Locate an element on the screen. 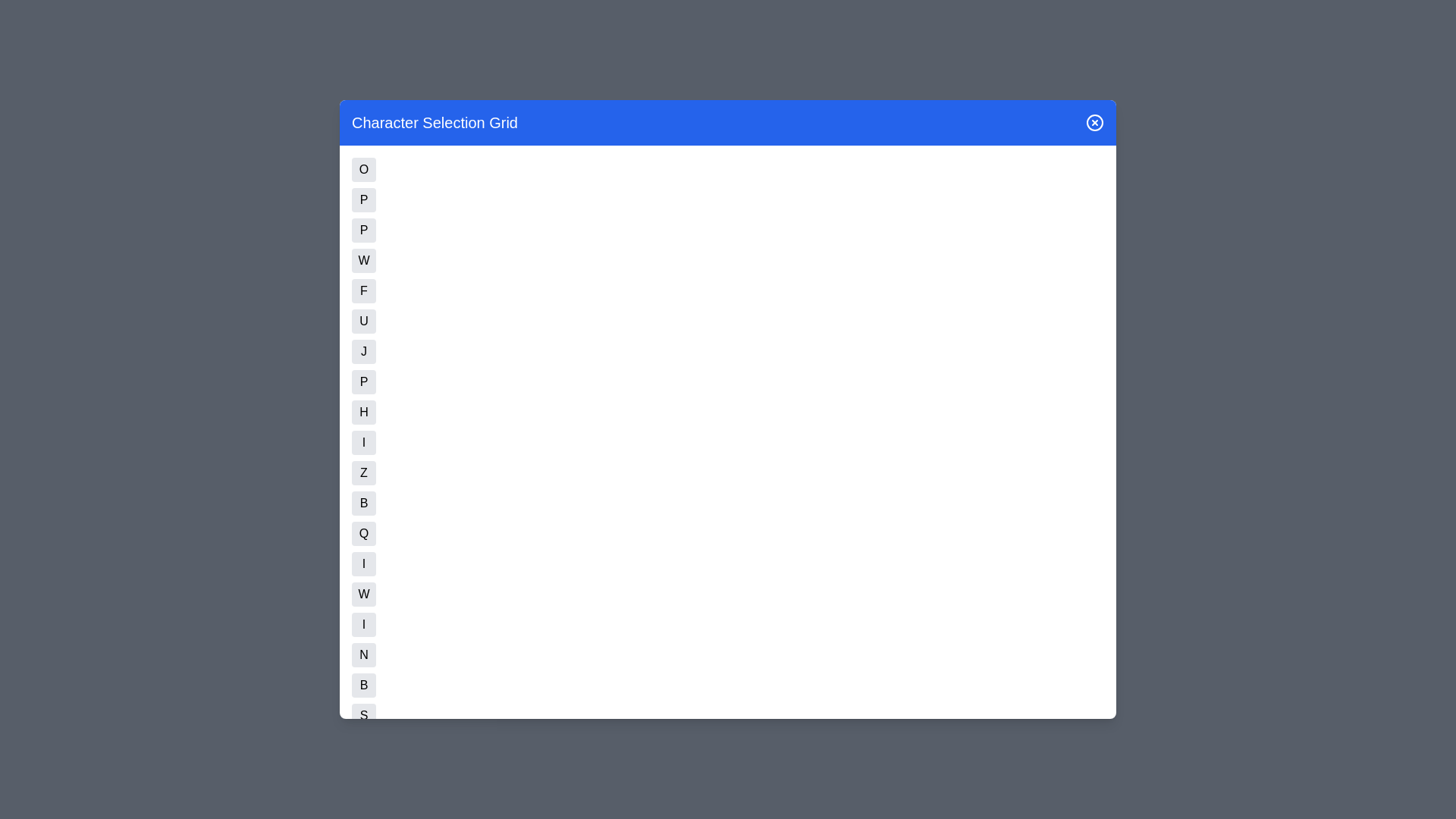  the button corresponding to character N is located at coordinates (364, 625).